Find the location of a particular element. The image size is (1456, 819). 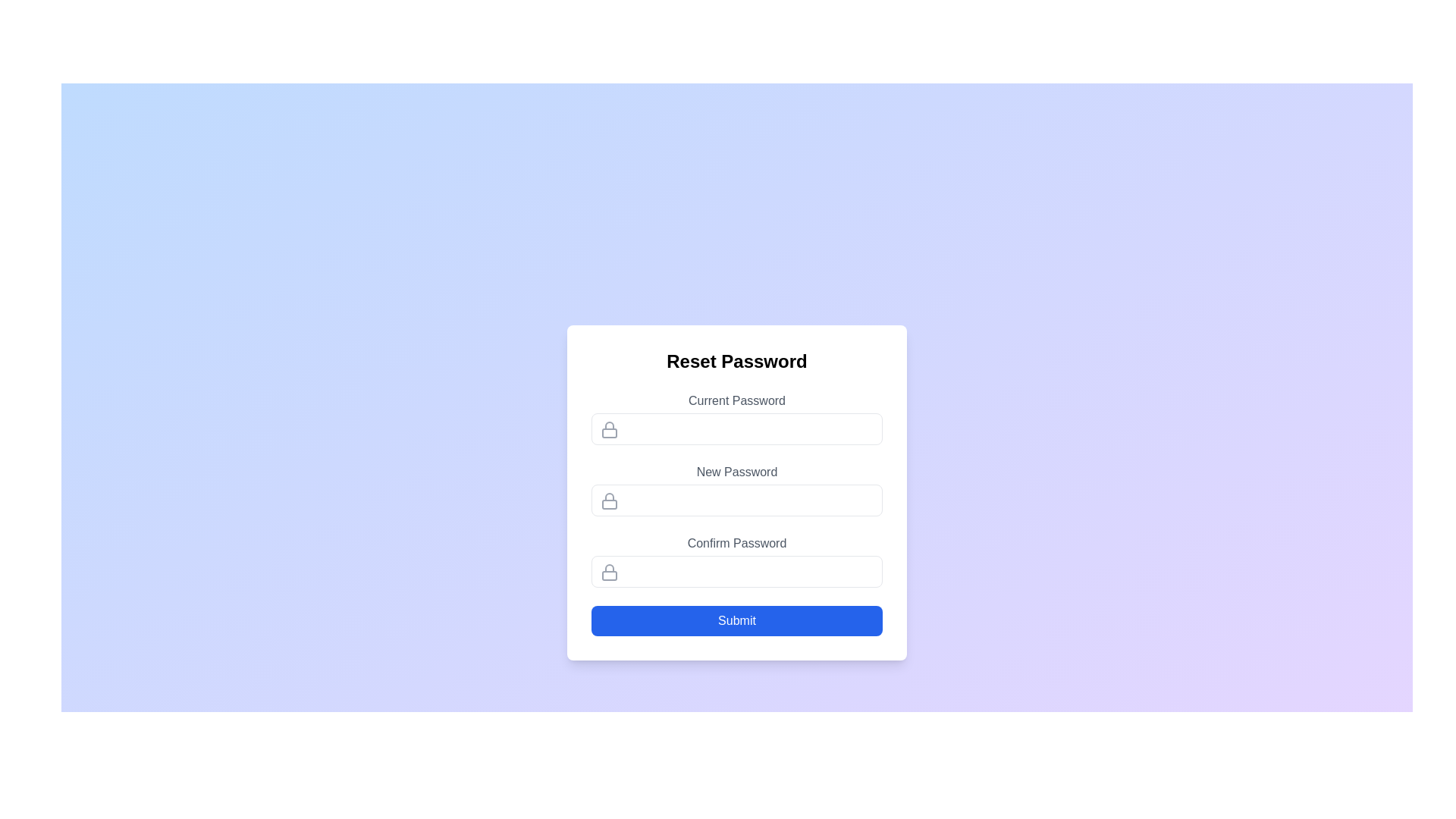

the 'Reset Password' static text heading, which is a bold, centered title at the top of the Reset Password form is located at coordinates (736, 362).